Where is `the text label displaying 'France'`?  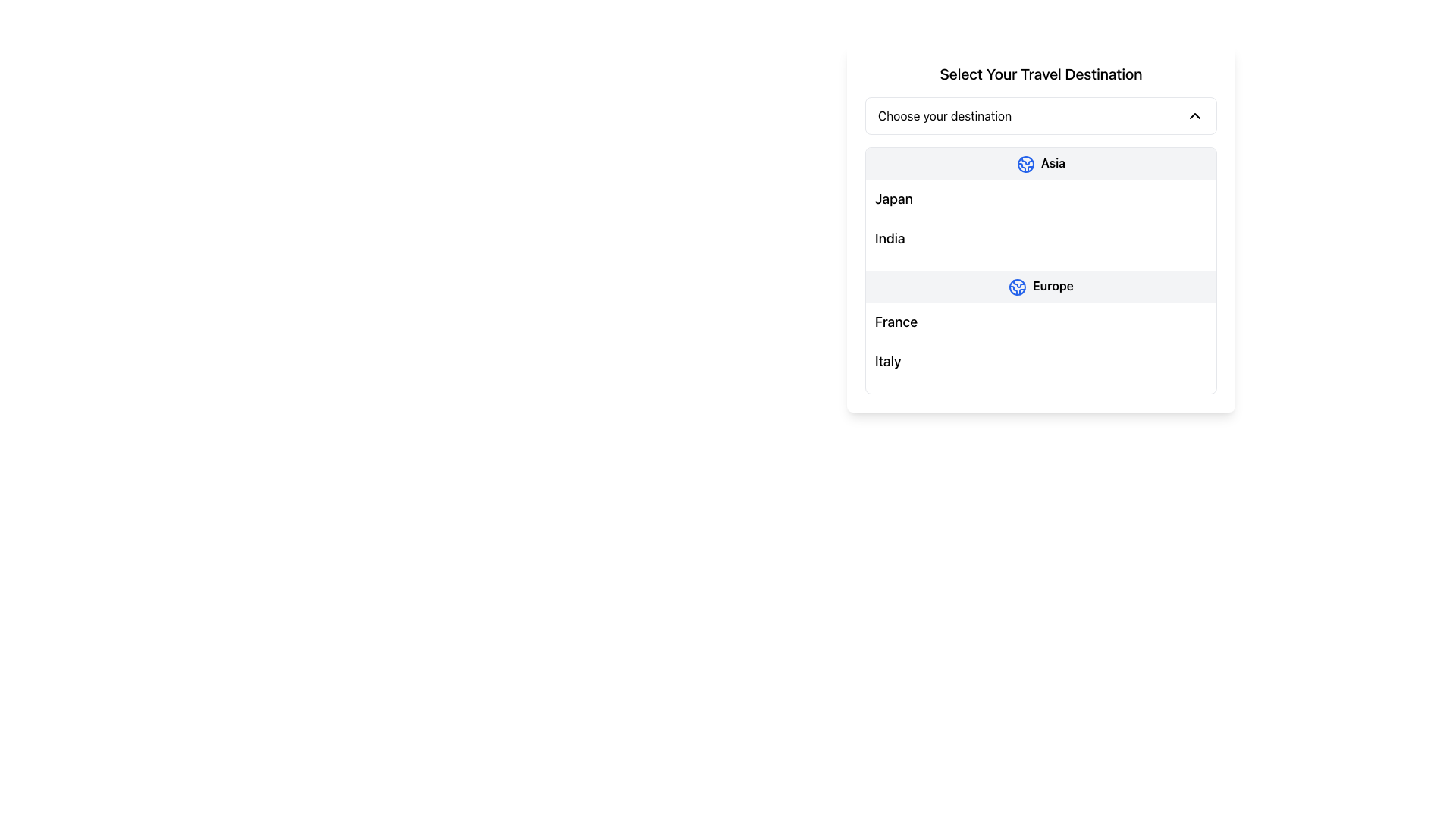 the text label displaying 'France' is located at coordinates (896, 321).